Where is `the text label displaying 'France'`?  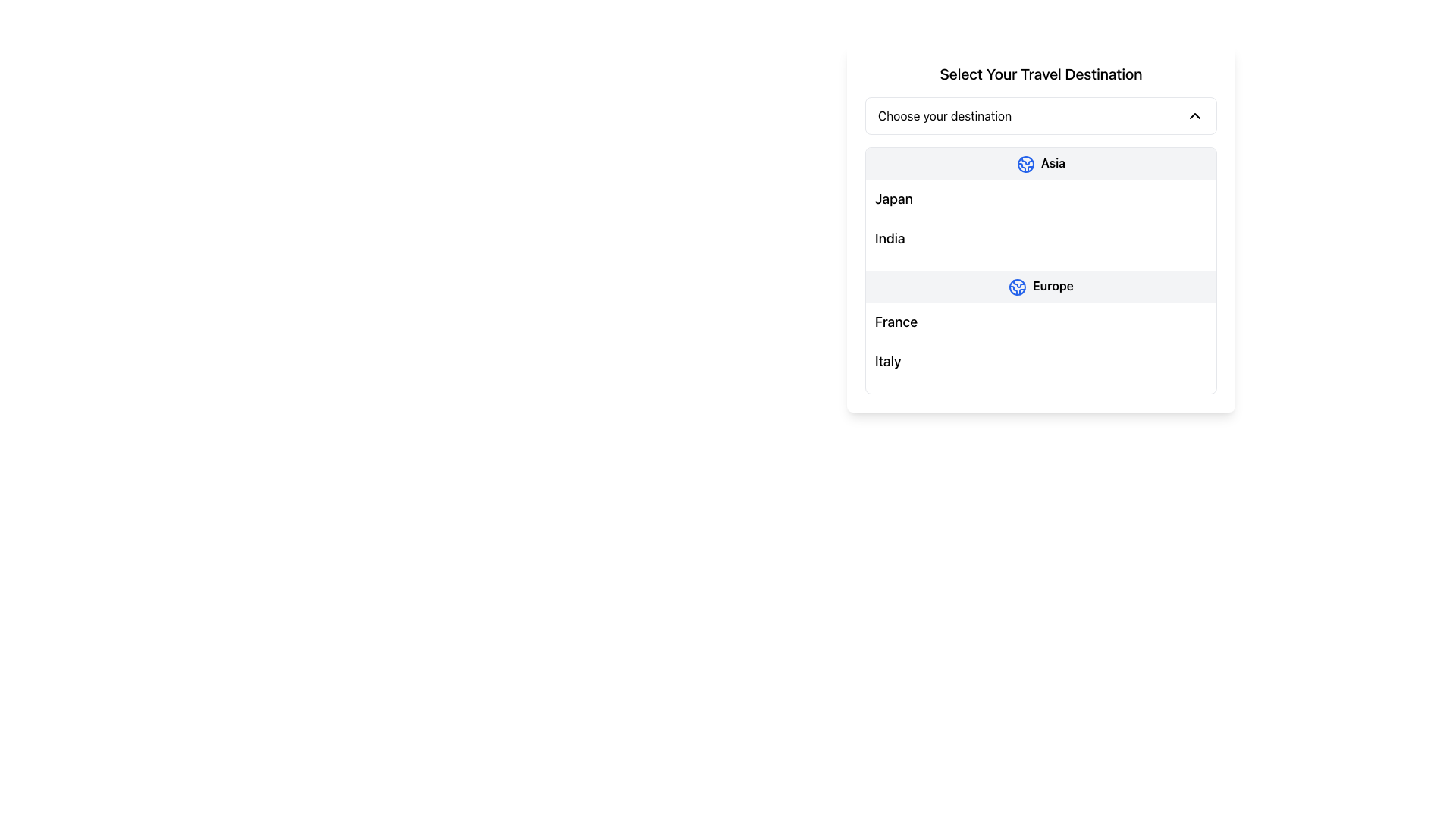 the text label displaying 'France' is located at coordinates (896, 321).